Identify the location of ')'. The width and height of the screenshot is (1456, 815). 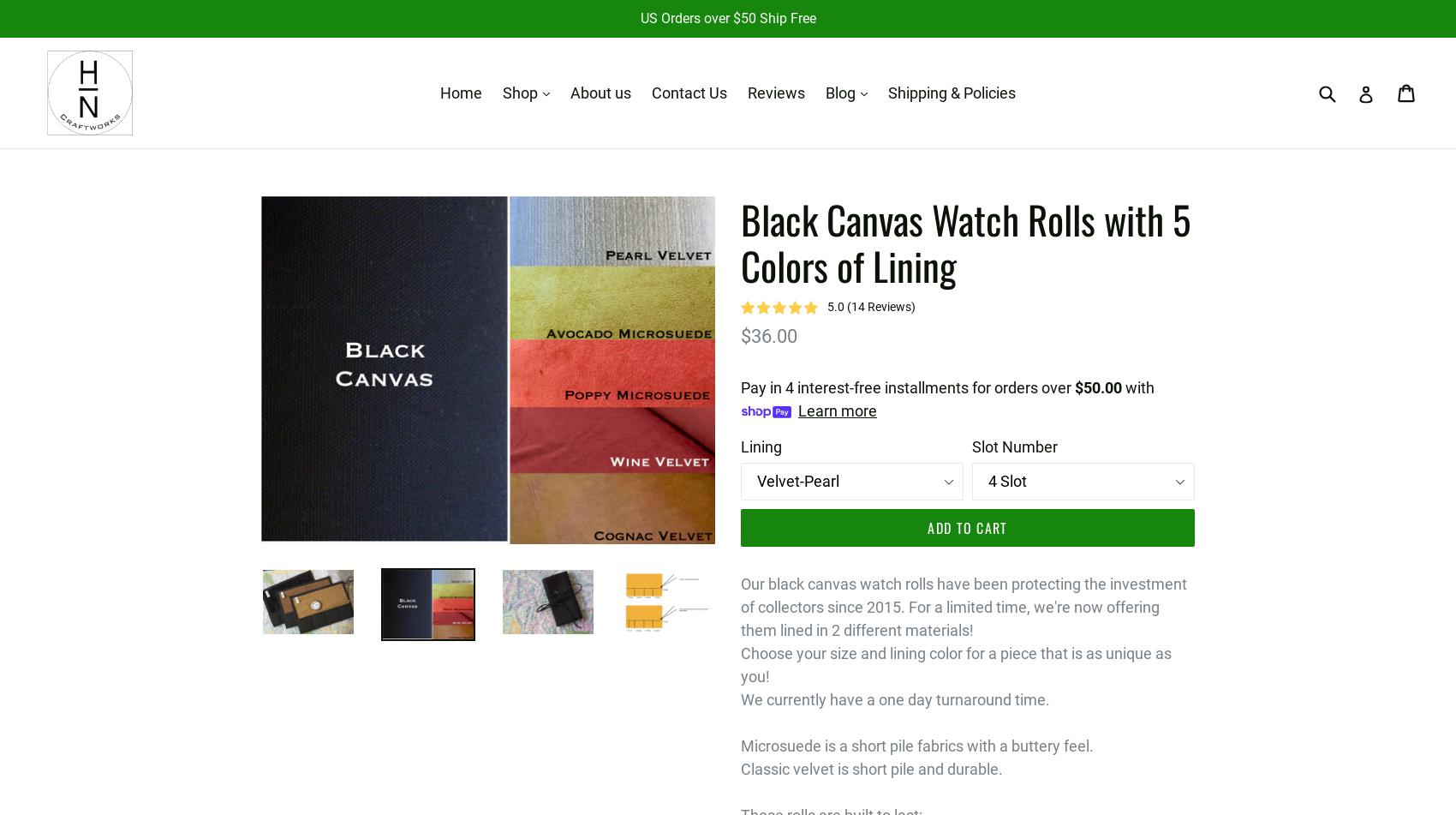
(913, 306).